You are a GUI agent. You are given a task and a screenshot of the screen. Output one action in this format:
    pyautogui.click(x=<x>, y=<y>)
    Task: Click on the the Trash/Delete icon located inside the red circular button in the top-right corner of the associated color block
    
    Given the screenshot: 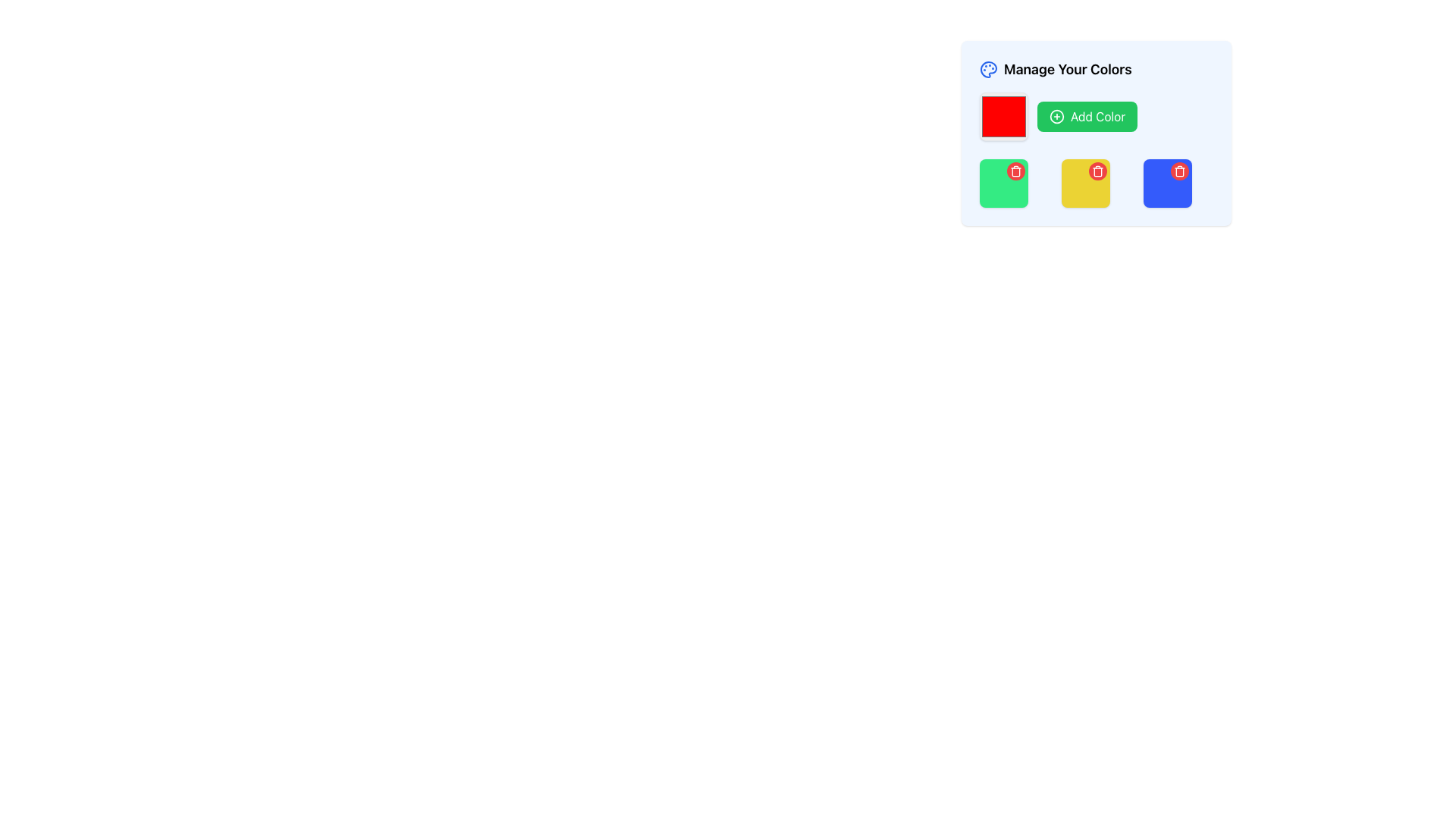 What is the action you would take?
    pyautogui.click(x=1098, y=171)
    